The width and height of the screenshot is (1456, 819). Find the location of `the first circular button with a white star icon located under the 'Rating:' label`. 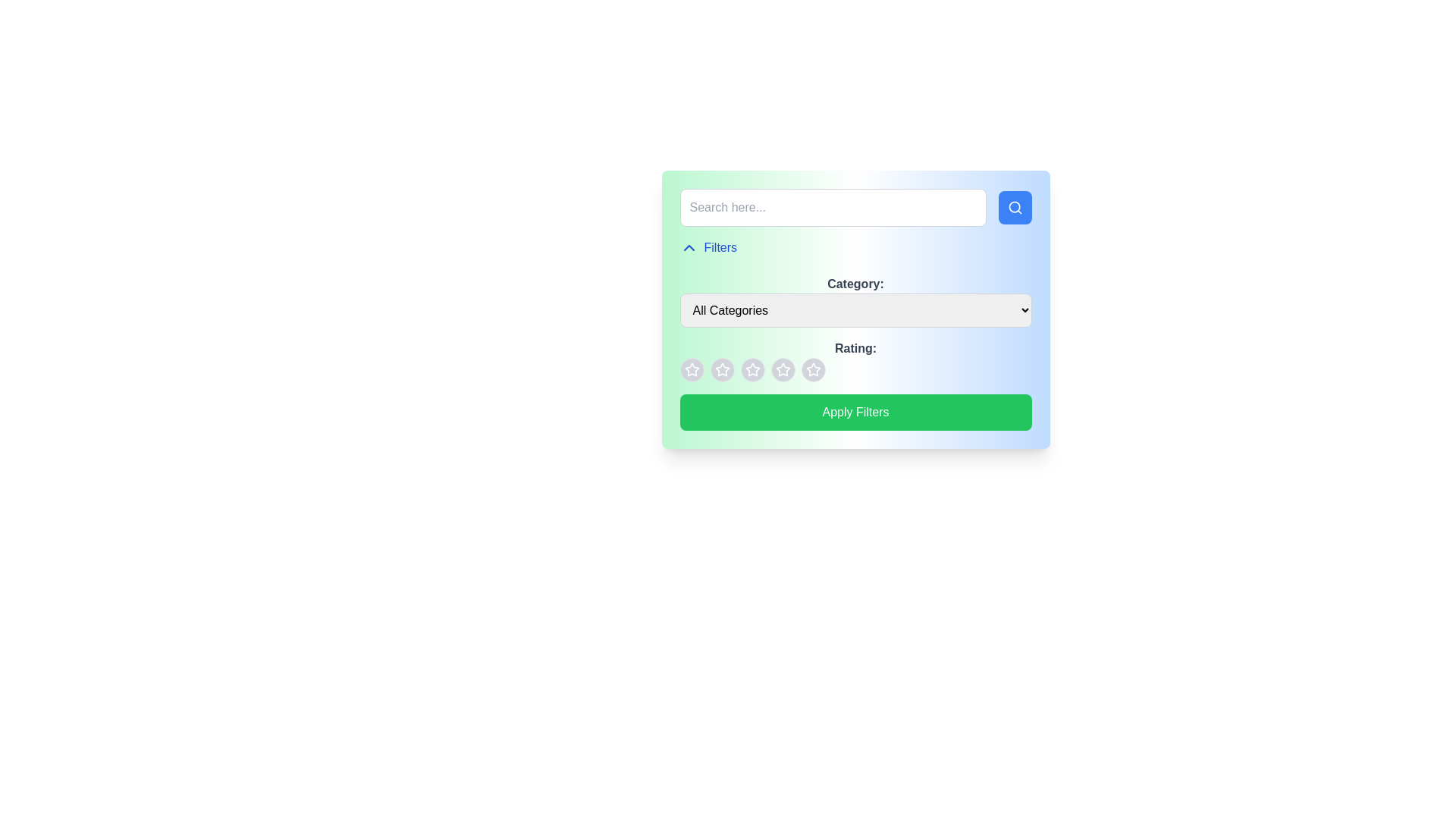

the first circular button with a white star icon located under the 'Rating:' label is located at coordinates (691, 370).